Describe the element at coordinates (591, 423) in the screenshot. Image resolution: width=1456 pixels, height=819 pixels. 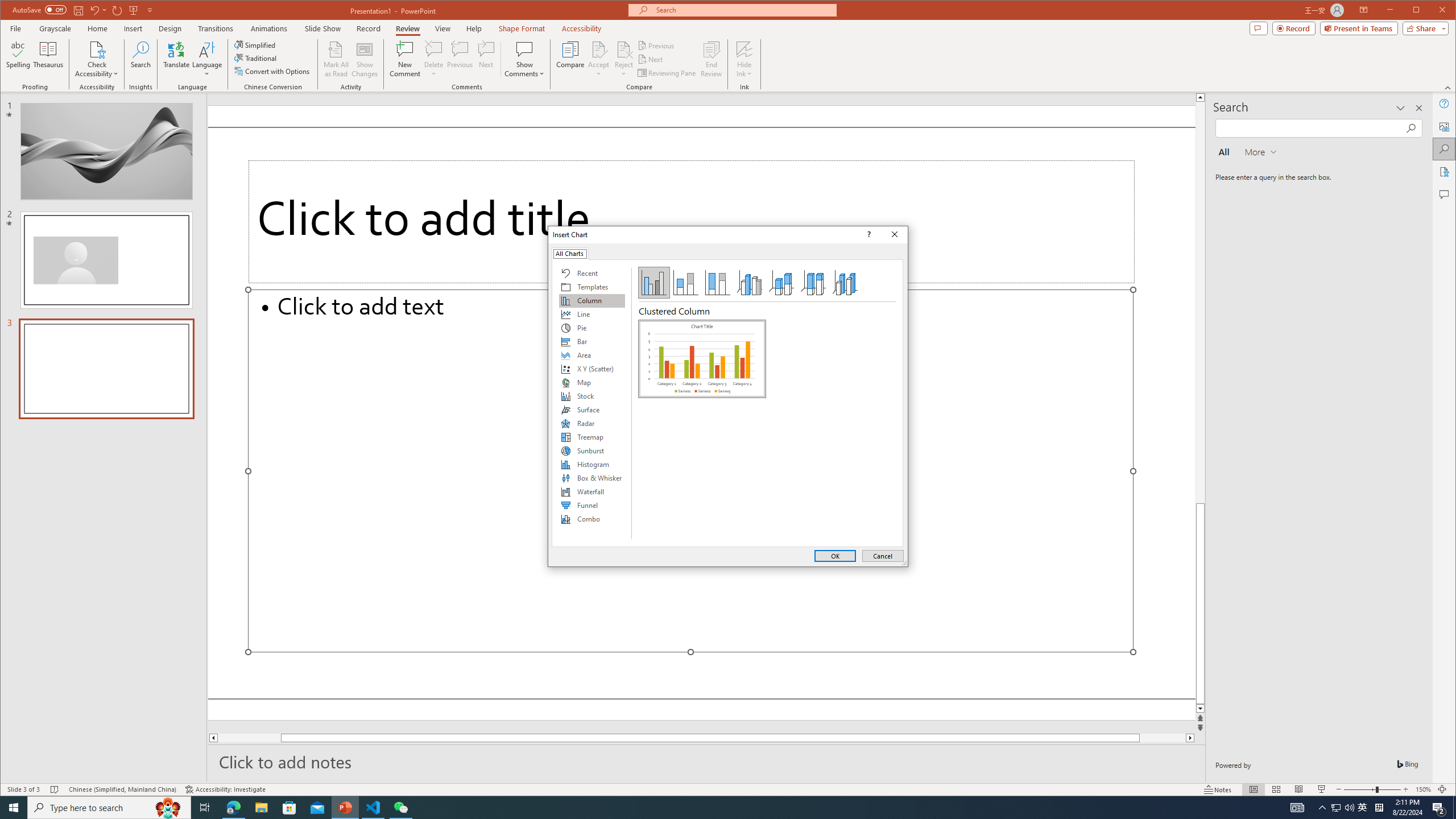
I see `'Radar'` at that location.